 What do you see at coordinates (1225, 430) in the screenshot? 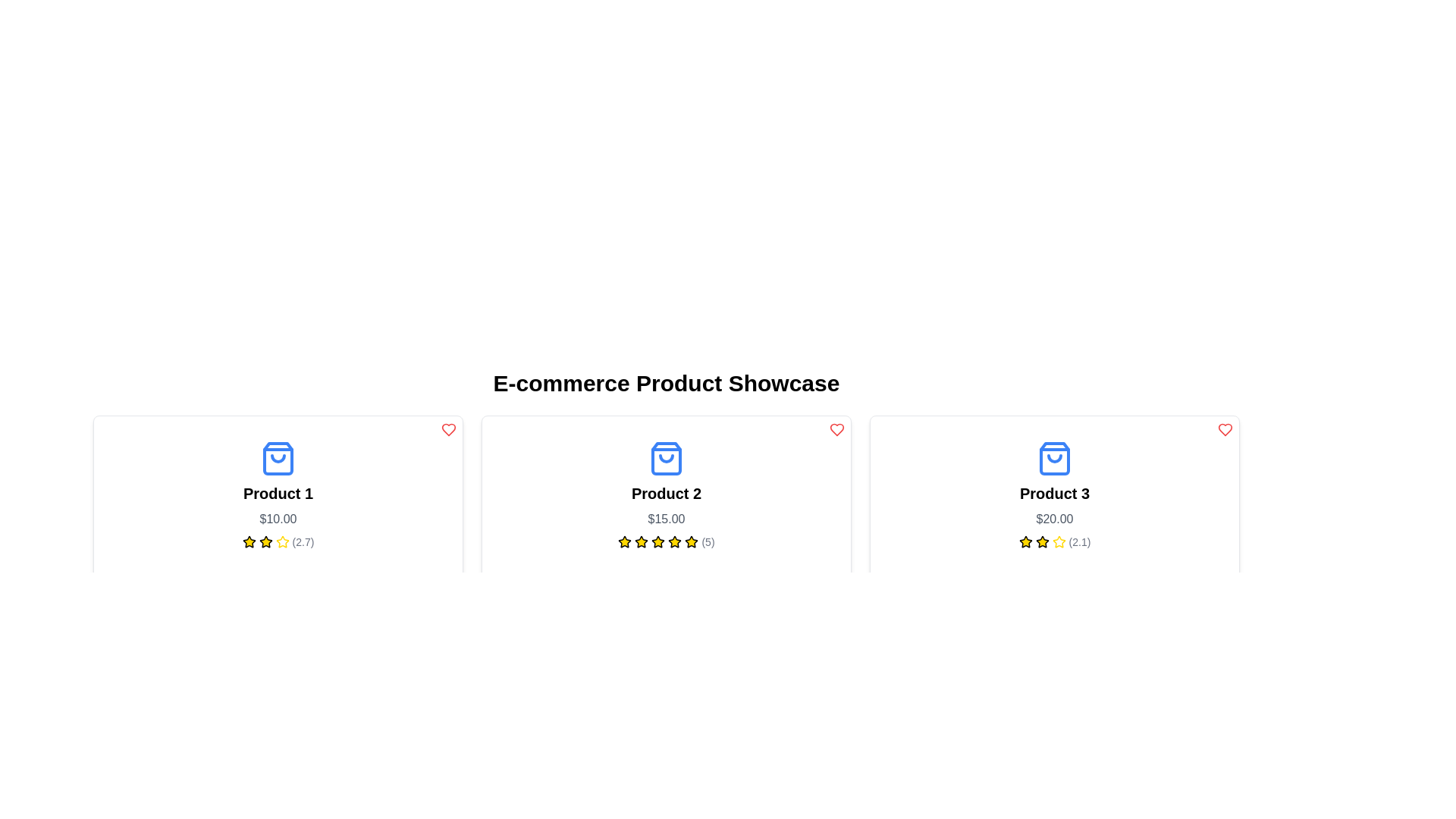
I see `the red heart-shaped icon button in the top-right corner of the 'Product 3' card` at bounding box center [1225, 430].